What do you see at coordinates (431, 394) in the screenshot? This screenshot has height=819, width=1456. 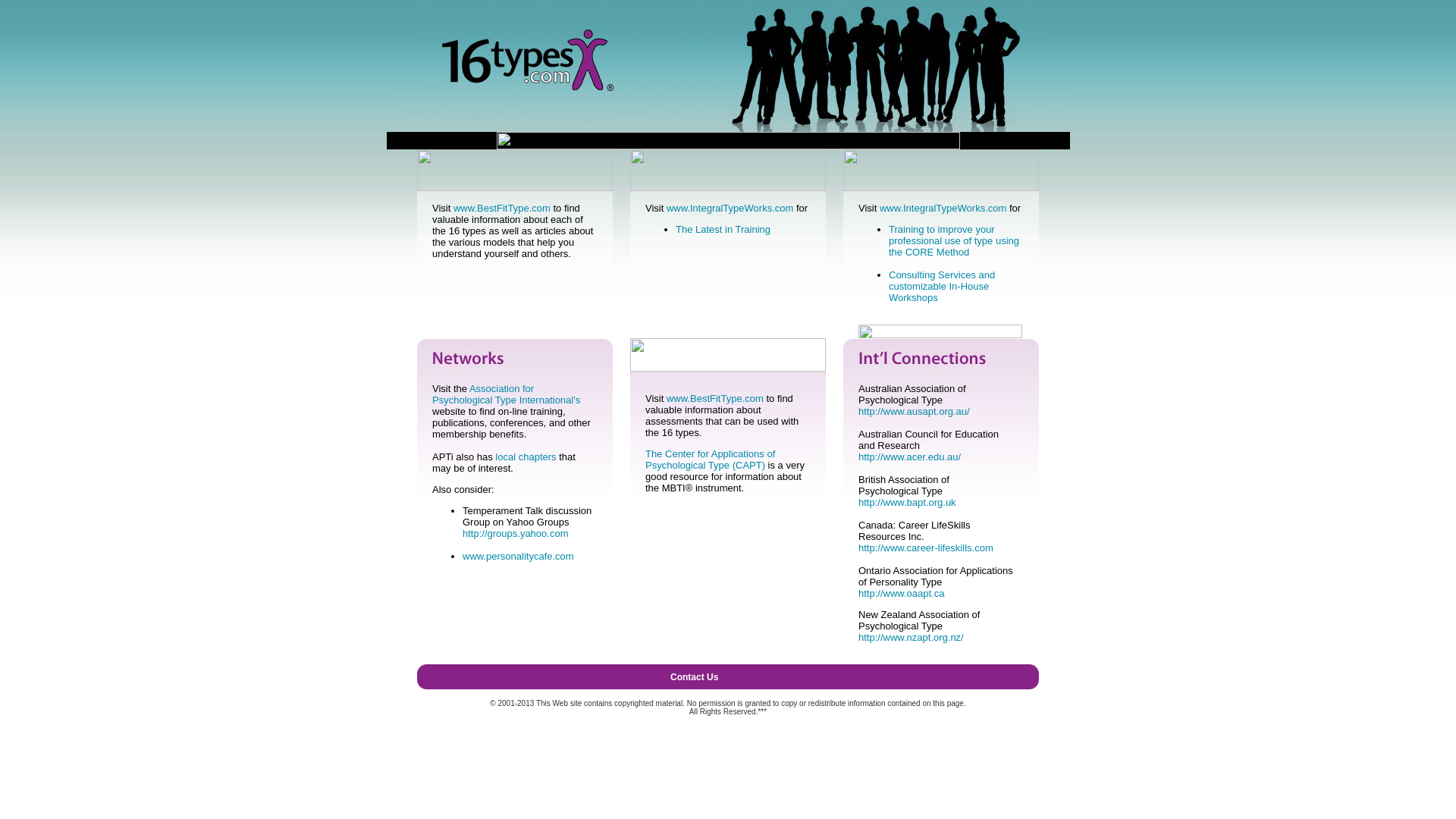 I see `'Association for Psychological Type International's'` at bounding box center [431, 394].